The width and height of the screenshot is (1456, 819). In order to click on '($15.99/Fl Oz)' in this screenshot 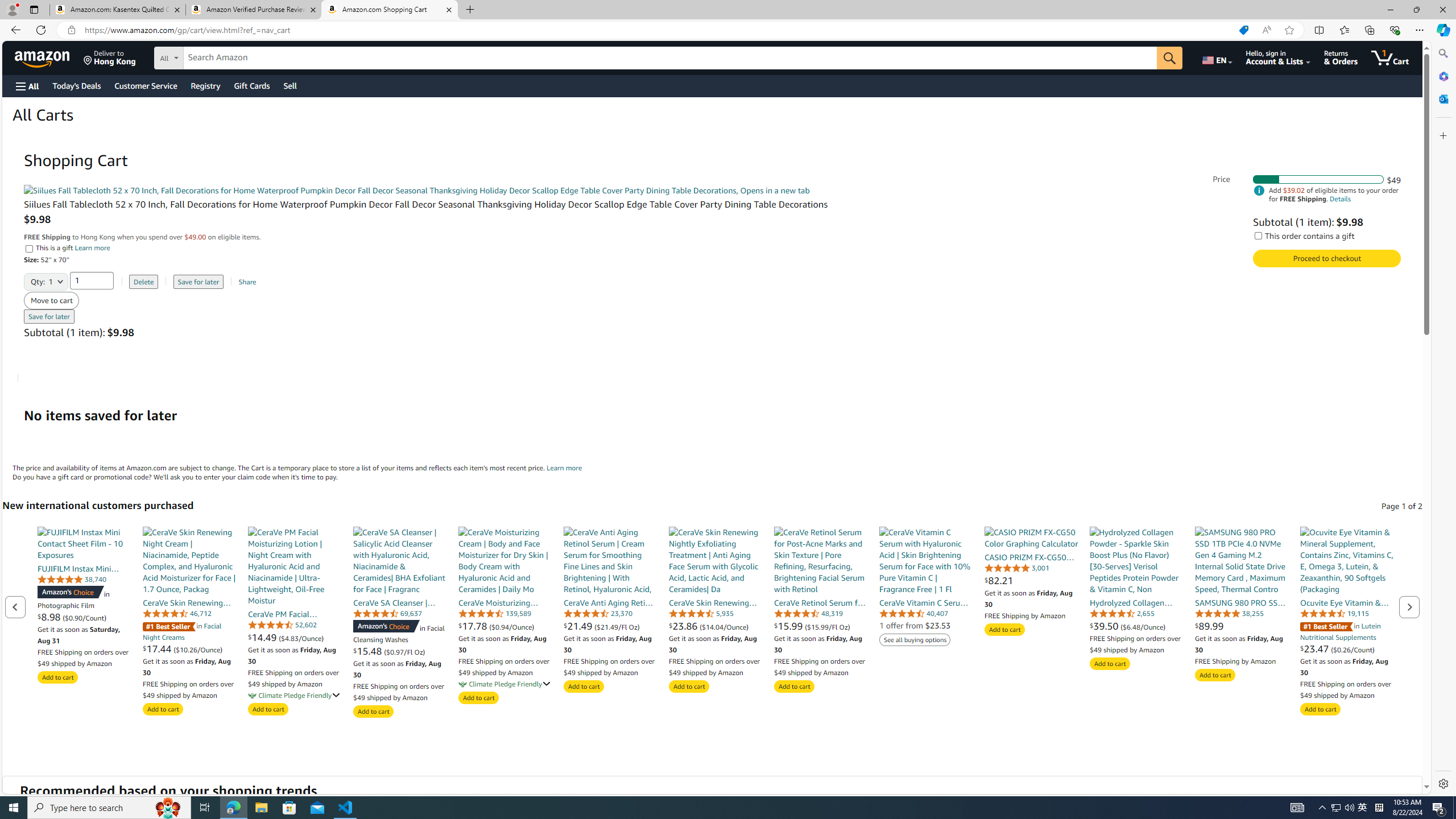, I will do `click(828, 626)`.